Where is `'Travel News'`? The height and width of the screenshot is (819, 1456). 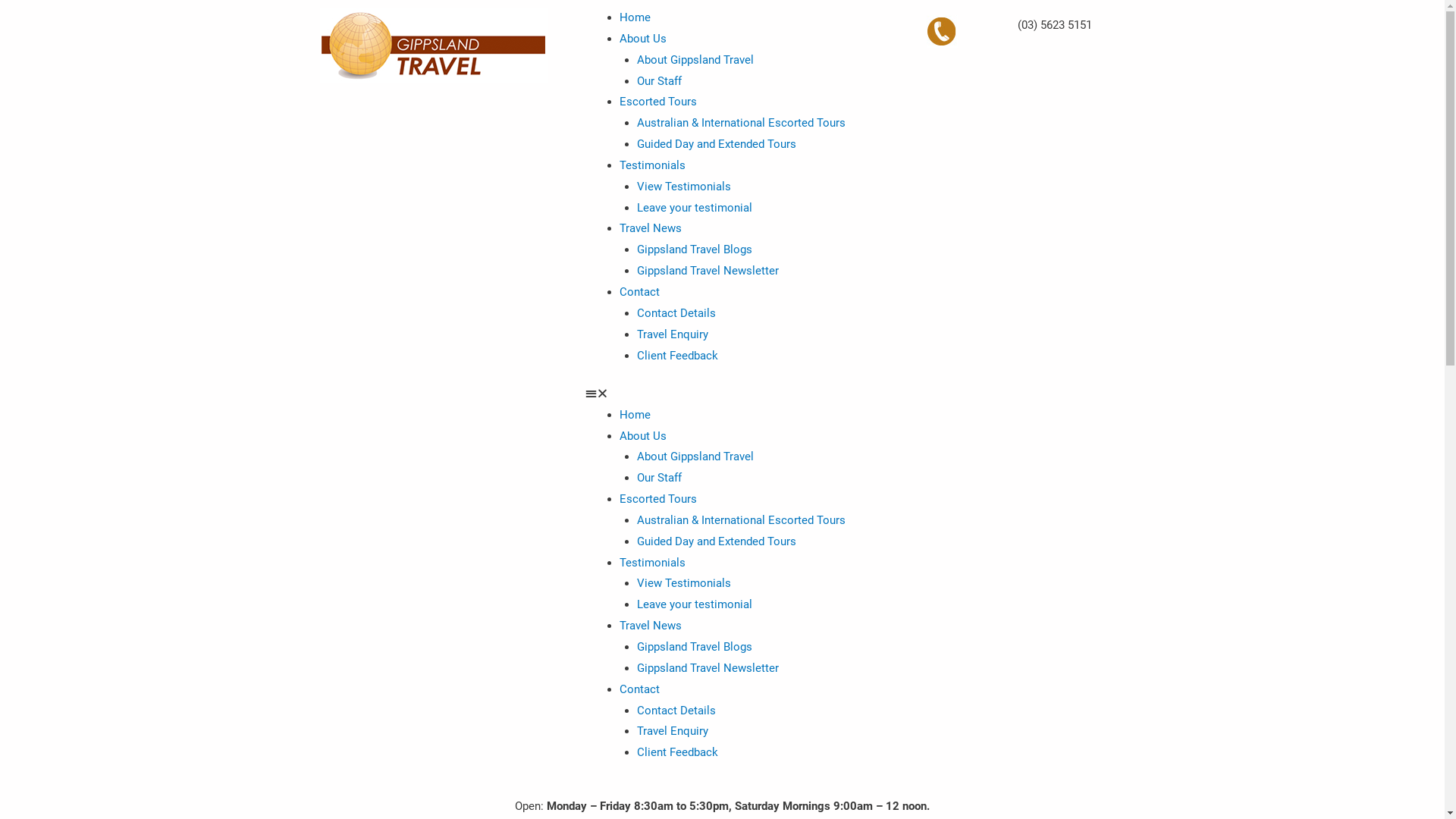
'Travel News' is located at coordinates (651, 227).